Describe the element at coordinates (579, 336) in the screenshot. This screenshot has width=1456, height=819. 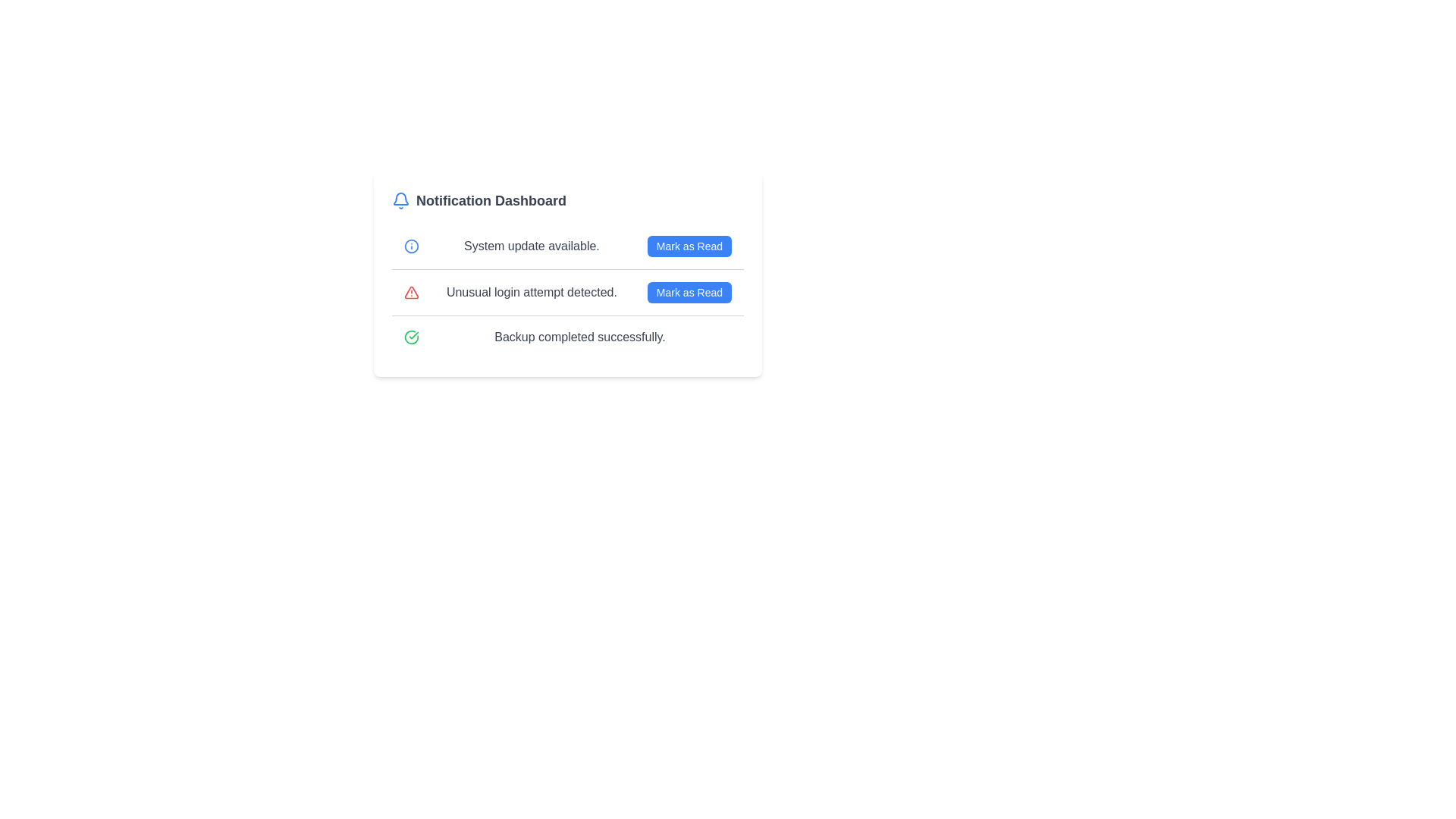
I see `the static text that indicates the successful completion of a backup operation, located centrally in the notification dashboard and positioned next to a green check icon` at that location.